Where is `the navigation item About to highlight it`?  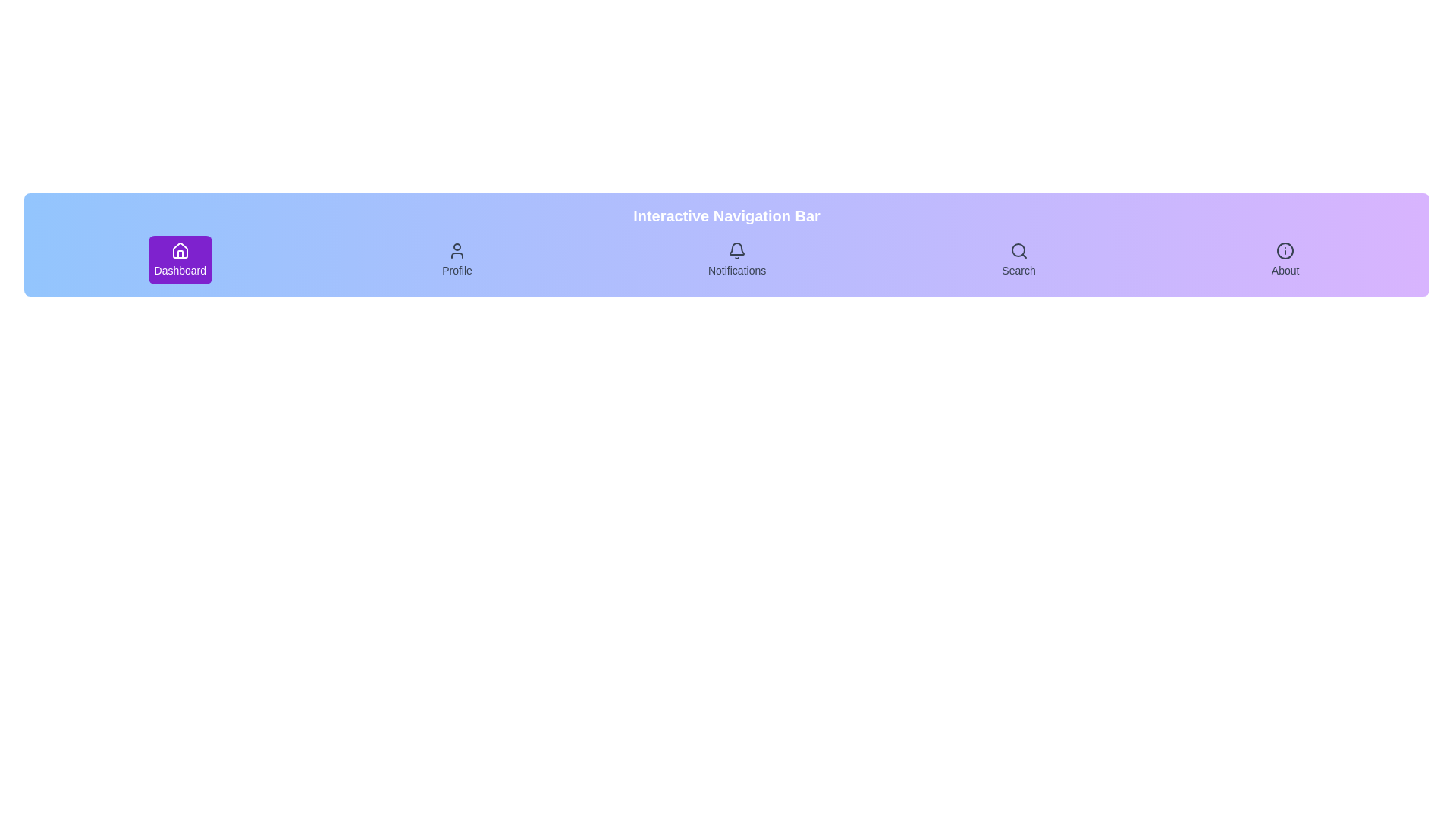
the navigation item About to highlight it is located at coordinates (1285, 259).